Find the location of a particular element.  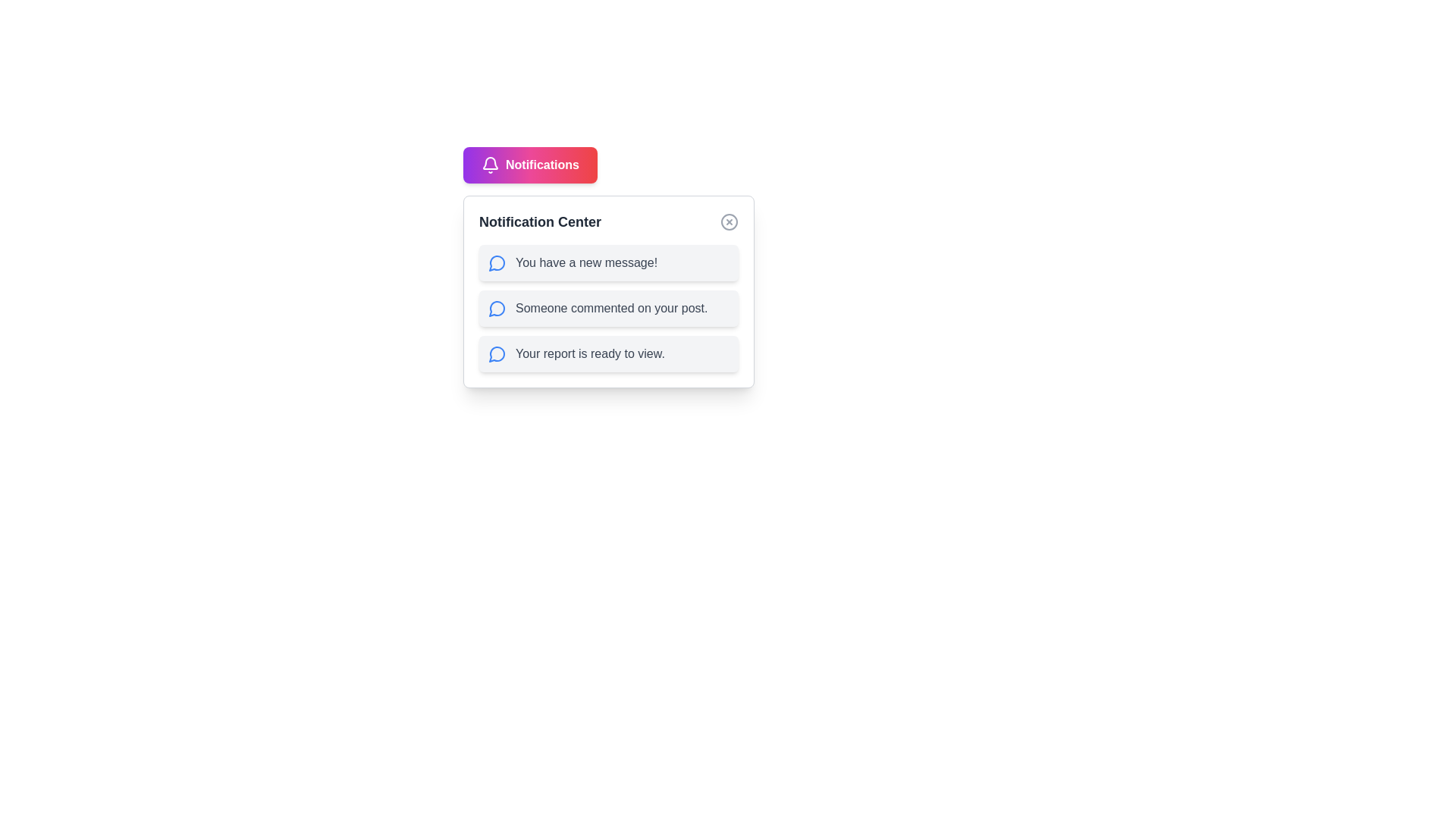

text content of the first notification item in the notification center modal, located below the 'Notification Center' header is located at coordinates (608, 262).